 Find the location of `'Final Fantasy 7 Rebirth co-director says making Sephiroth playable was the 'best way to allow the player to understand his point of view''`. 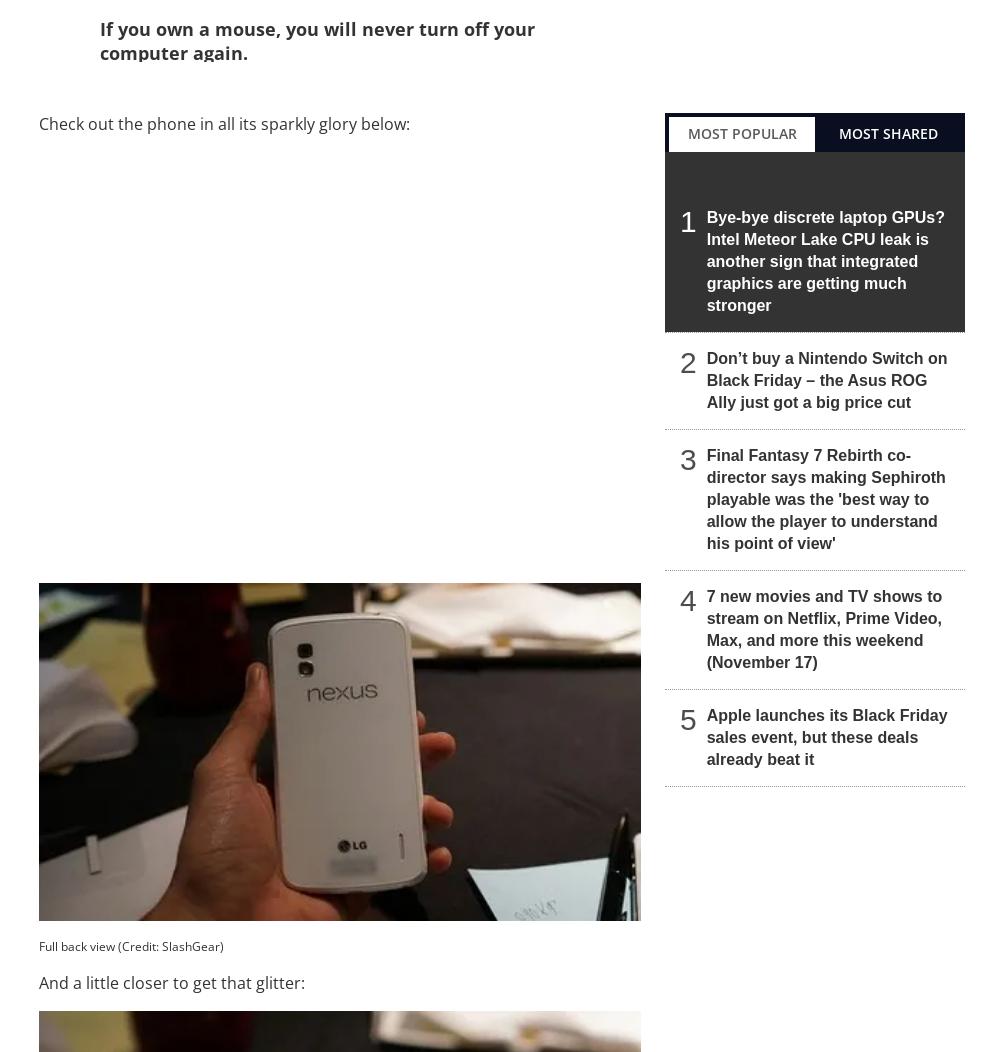

'Final Fantasy 7 Rebirth co-director says making Sephiroth playable was the 'best way to allow the player to understand his point of view'' is located at coordinates (824, 497).